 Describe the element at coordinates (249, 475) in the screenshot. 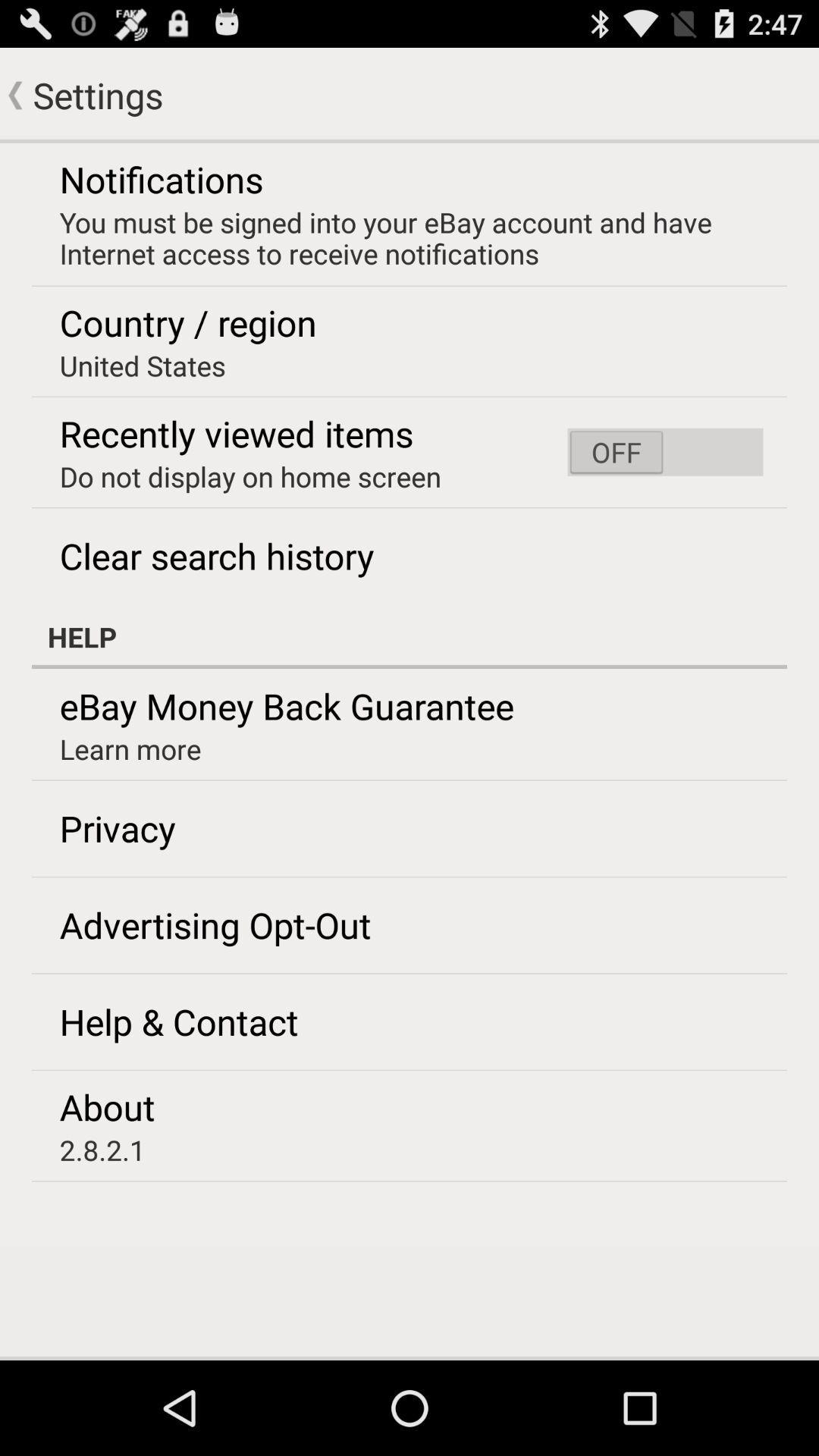

I see `item above the clear search history` at that location.